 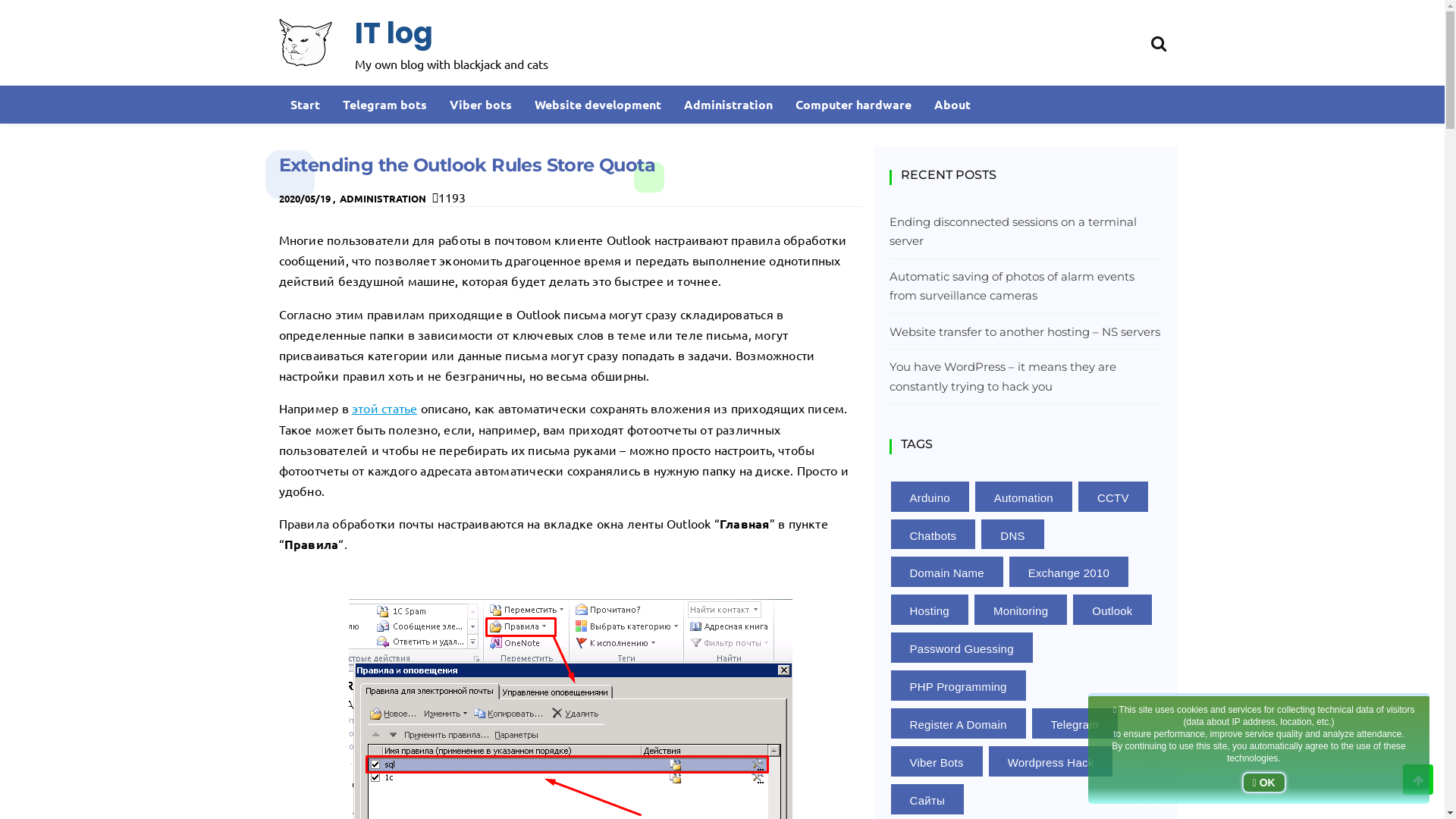 What do you see at coordinates (479, 104) in the screenshot?
I see `'Viber bots'` at bounding box center [479, 104].